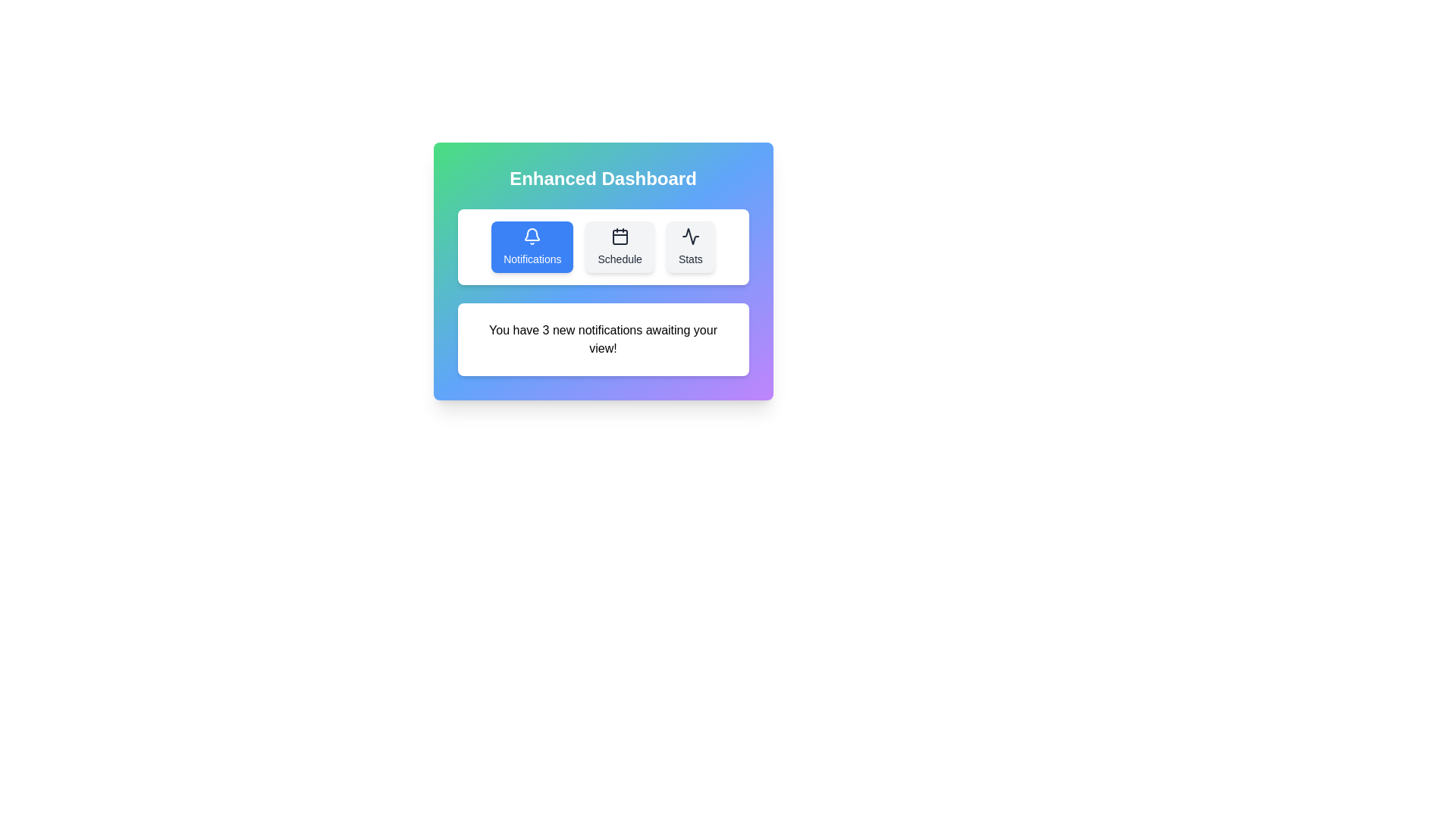  I want to click on 'Stats' icon element in the Enhanced Dashboard section to view individual styling properties, so click(689, 237).